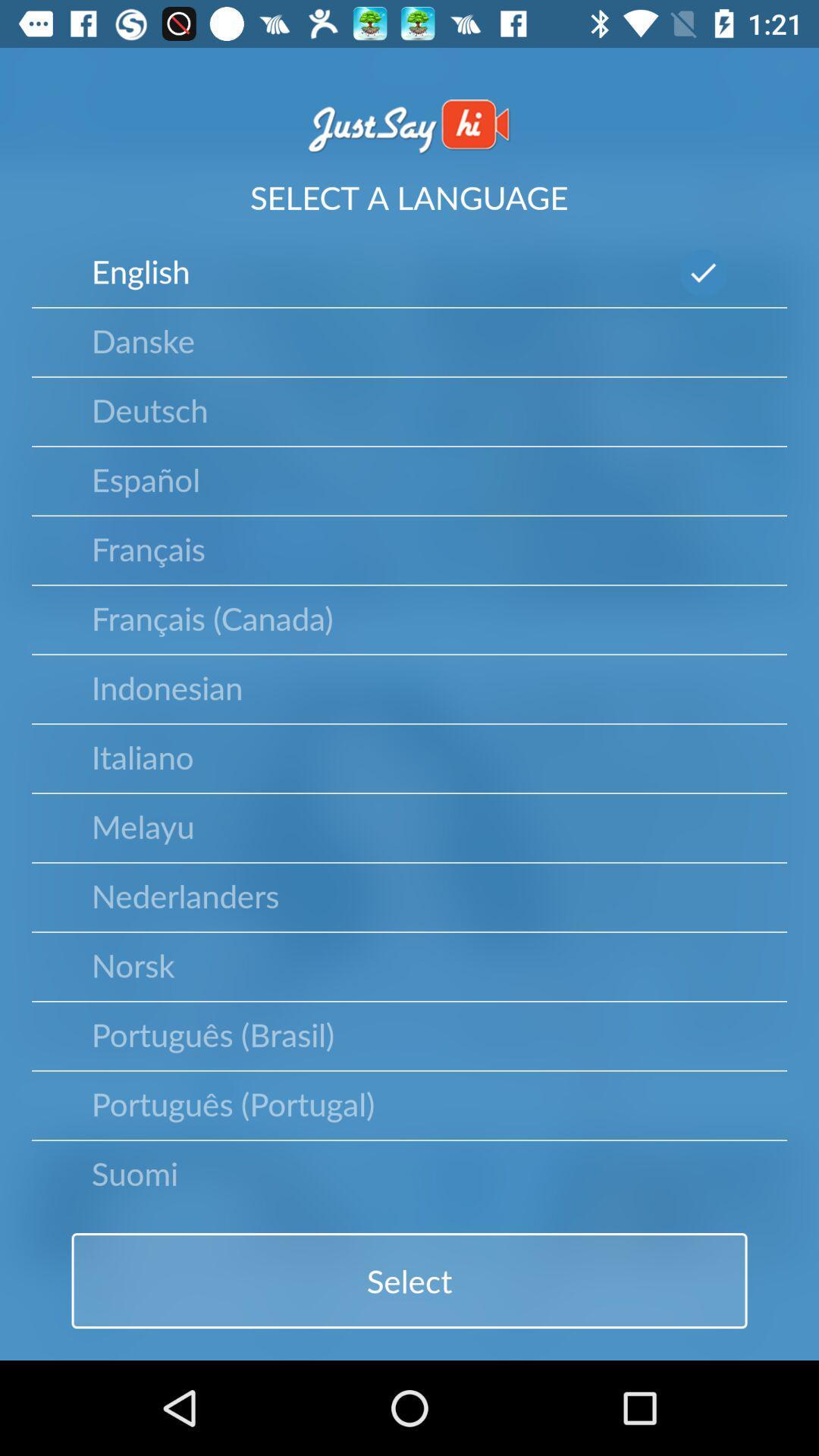 The width and height of the screenshot is (819, 1456). What do you see at coordinates (703, 273) in the screenshot?
I see `the item to the right of english item` at bounding box center [703, 273].